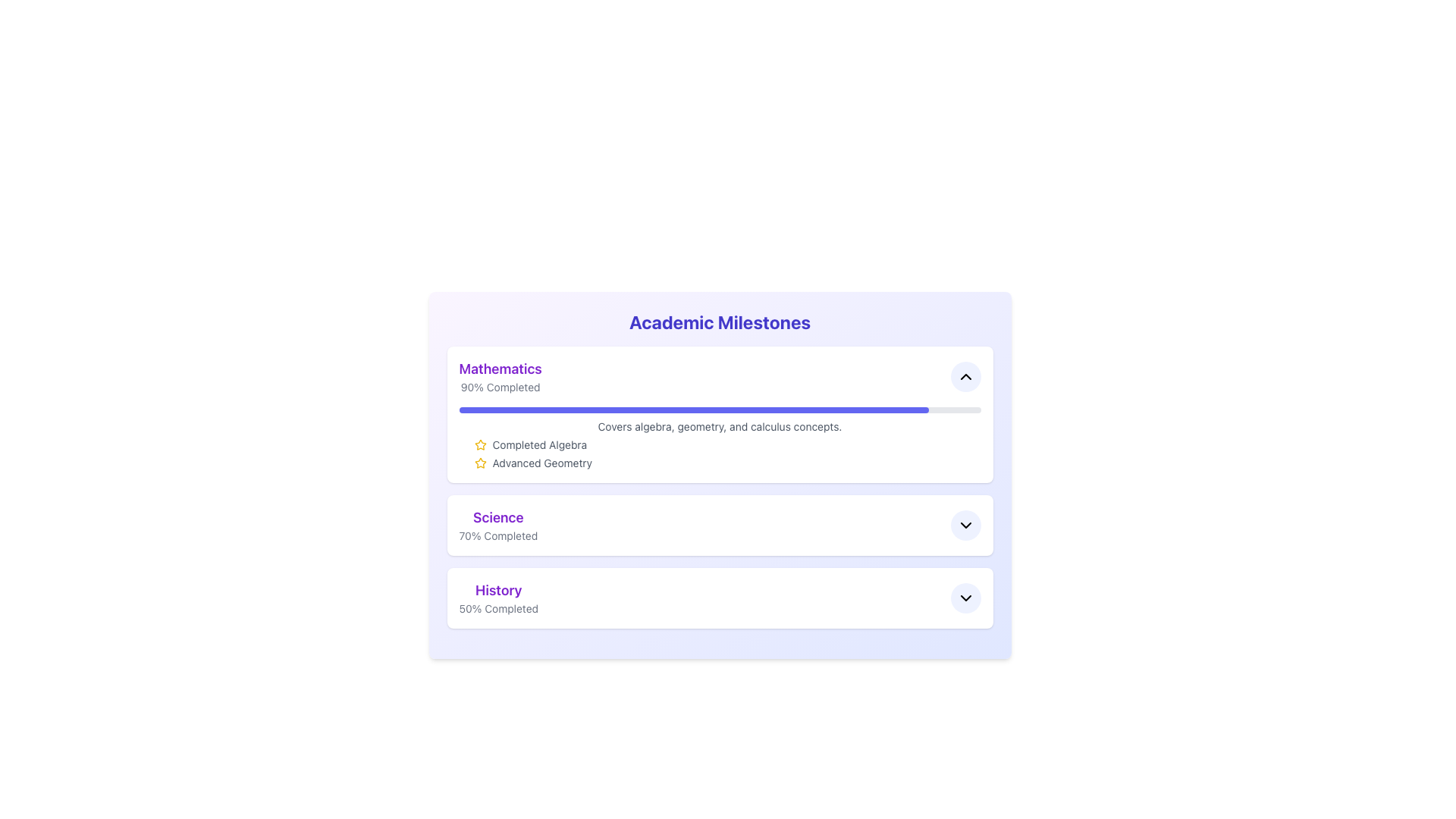 The height and width of the screenshot is (819, 1456). I want to click on the 'History' section title label located on the left side of the 'Academic Milestones' section, positioned above the '50% Completed' label, so click(498, 590).